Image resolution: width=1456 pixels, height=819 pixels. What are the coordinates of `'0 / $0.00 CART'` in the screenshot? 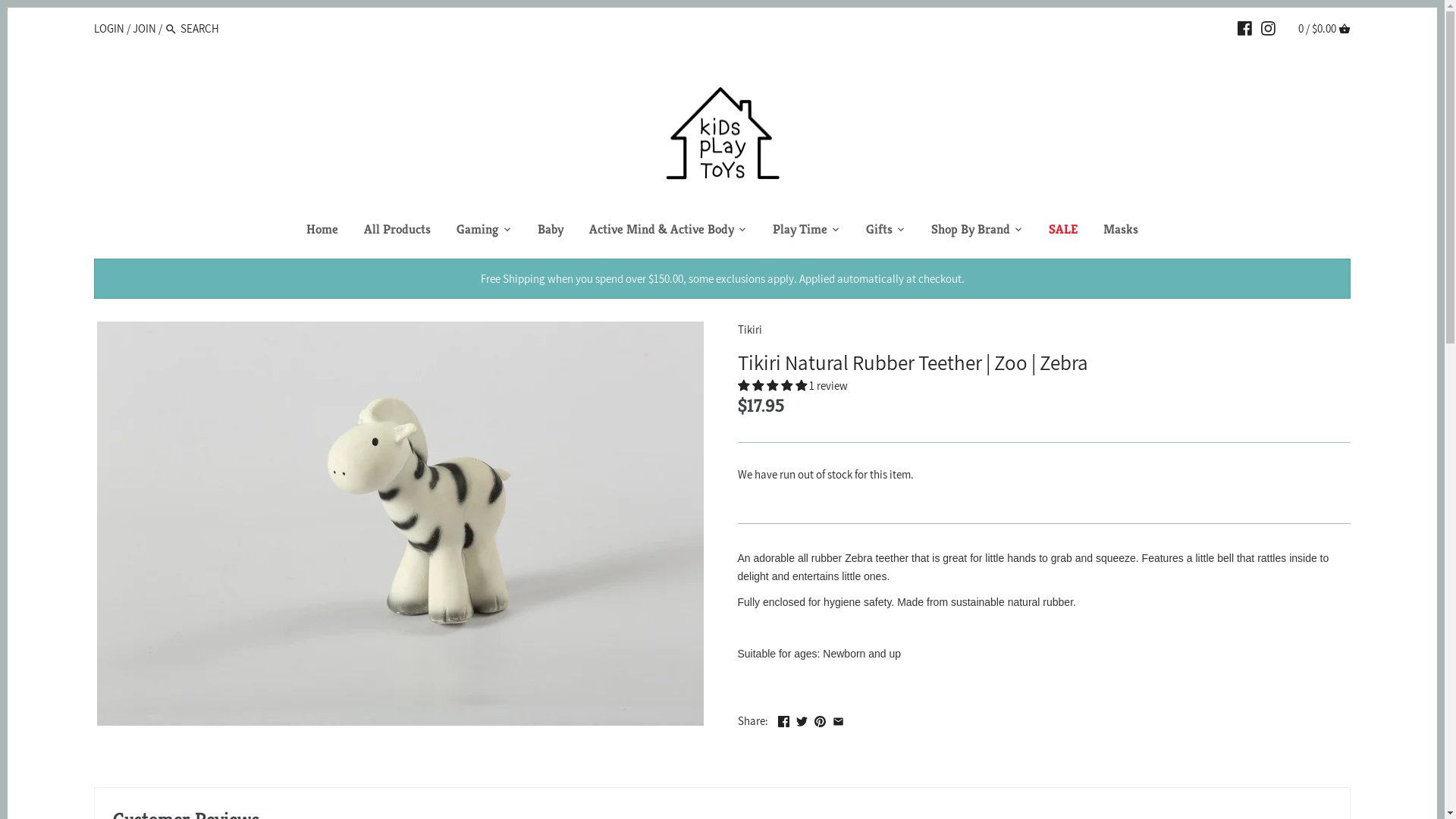 It's located at (1323, 28).